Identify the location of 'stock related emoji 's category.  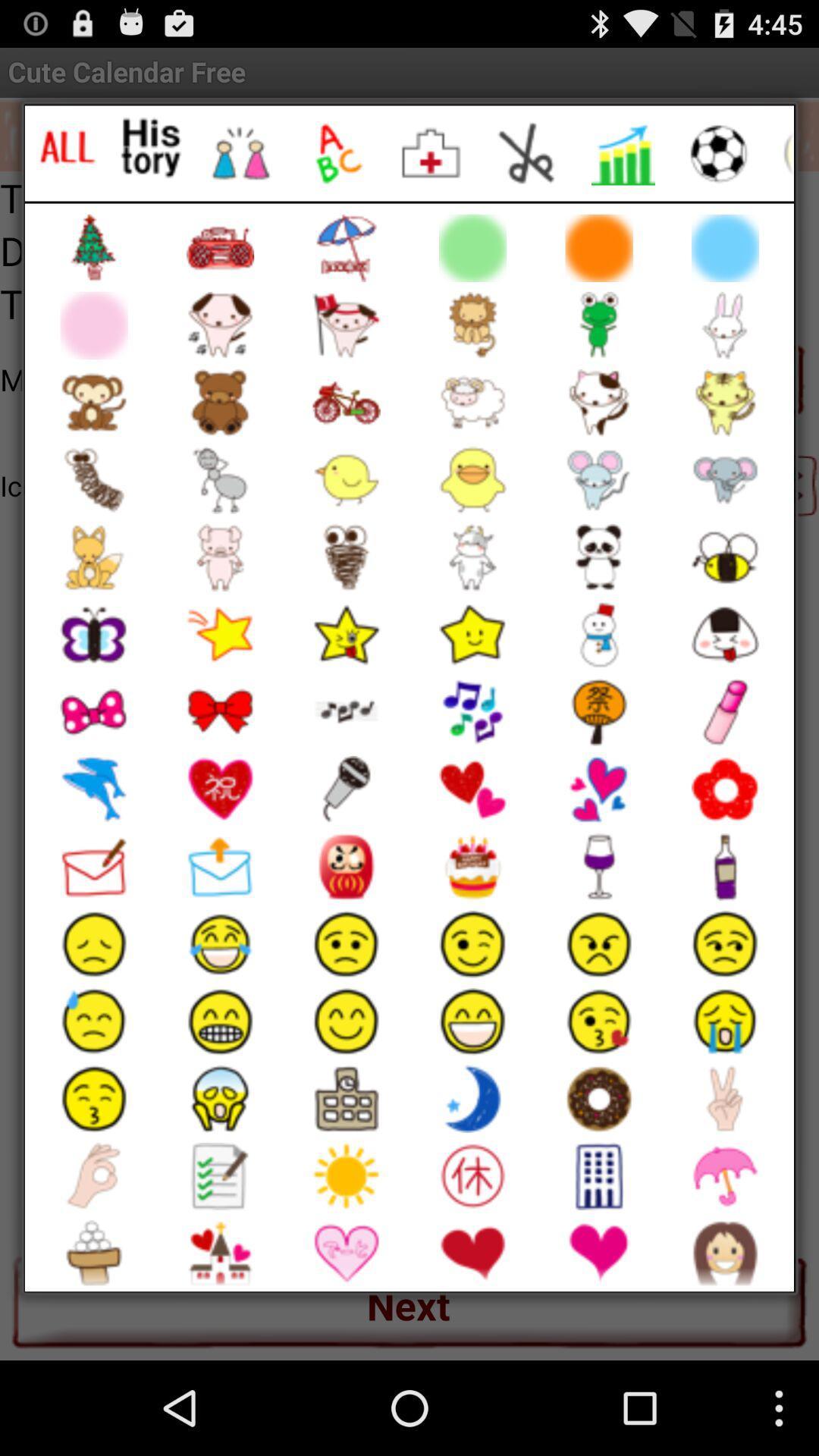
(623, 153).